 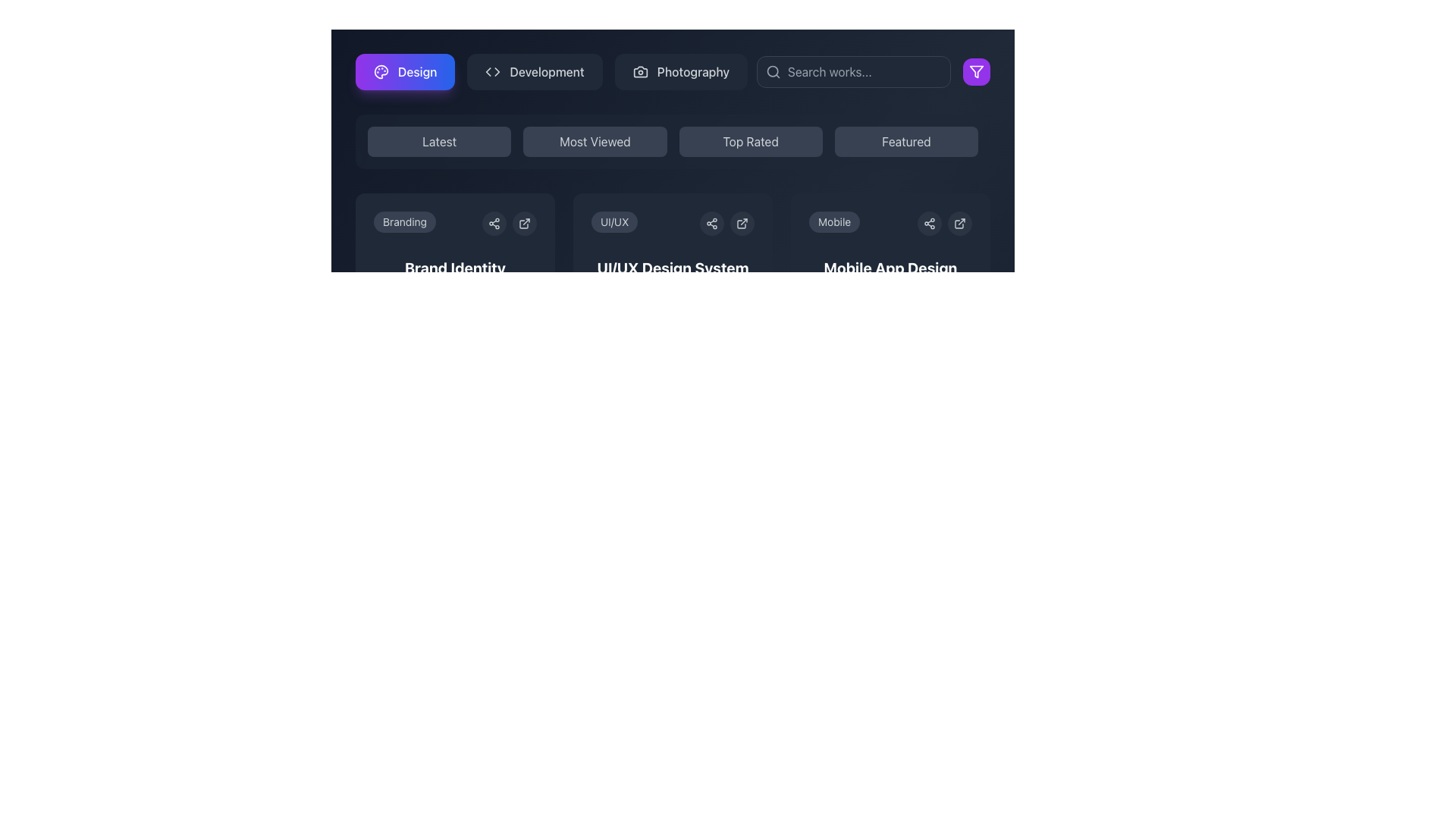 I want to click on the information card element that serves as a panel for a specific design category, located in the center of a three-column layout, so click(x=672, y=267).